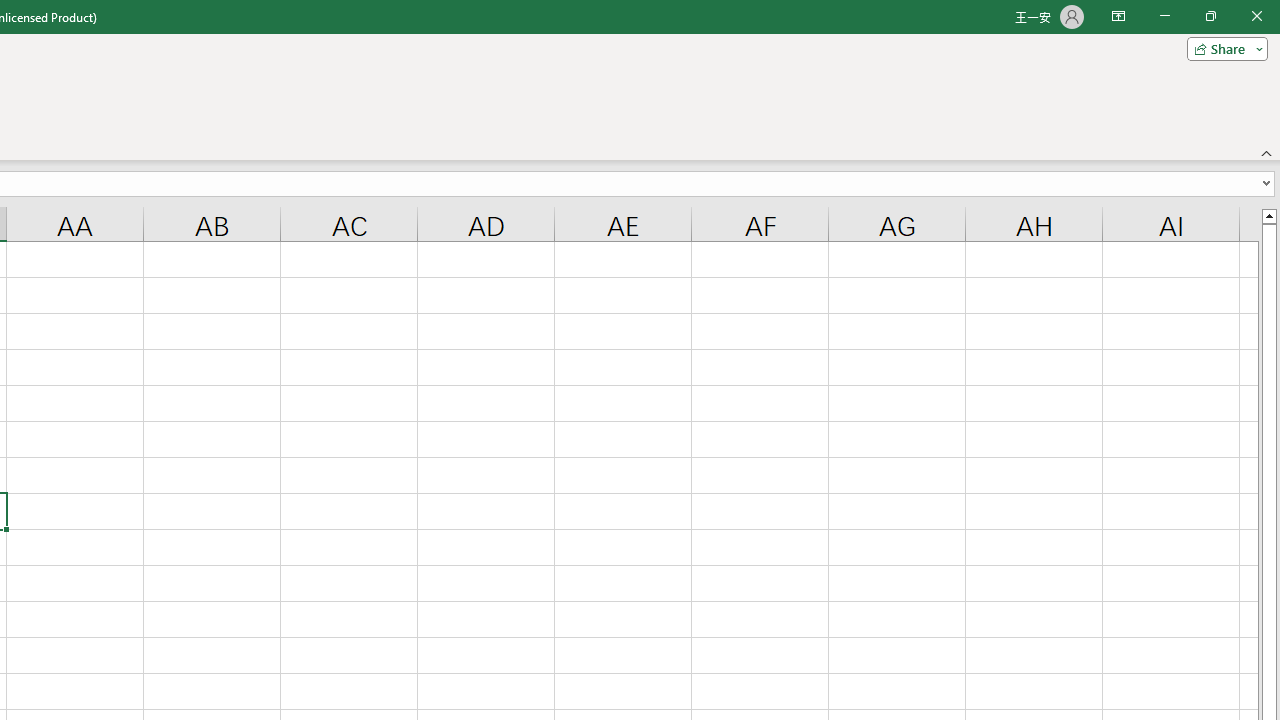  I want to click on 'Share', so click(1222, 47).